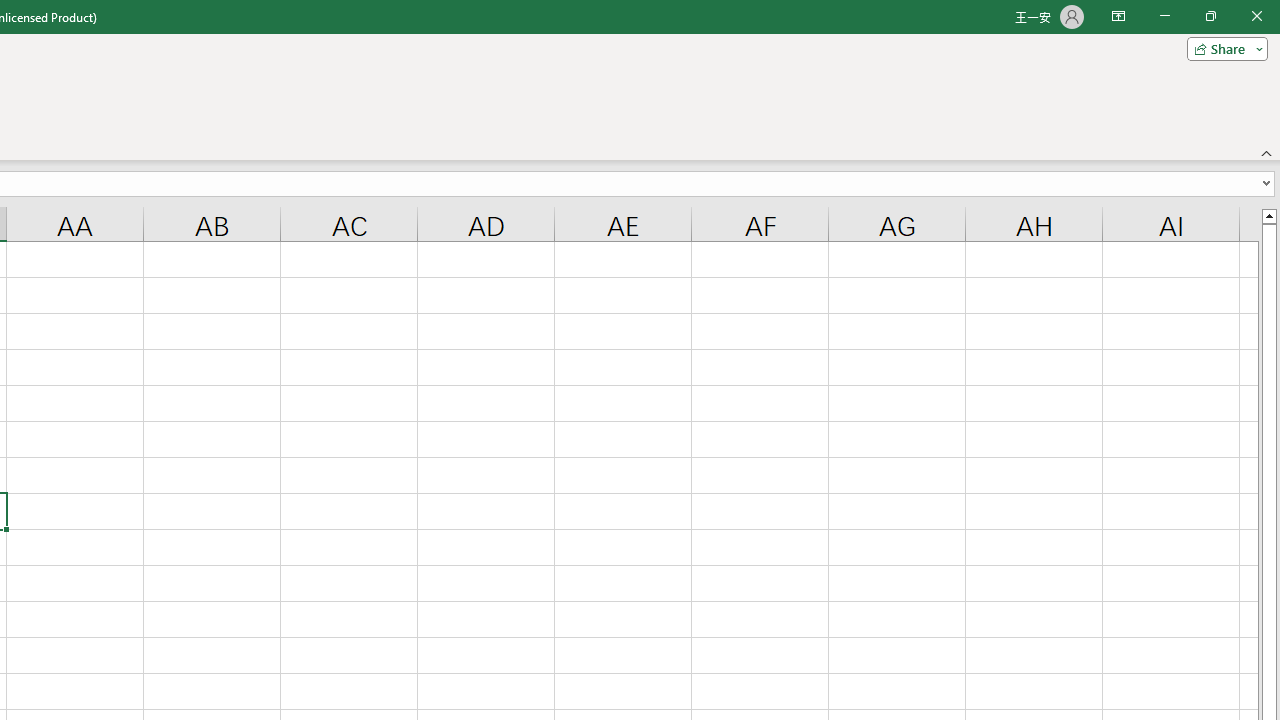  I want to click on 'Share', so click(1222, 47).